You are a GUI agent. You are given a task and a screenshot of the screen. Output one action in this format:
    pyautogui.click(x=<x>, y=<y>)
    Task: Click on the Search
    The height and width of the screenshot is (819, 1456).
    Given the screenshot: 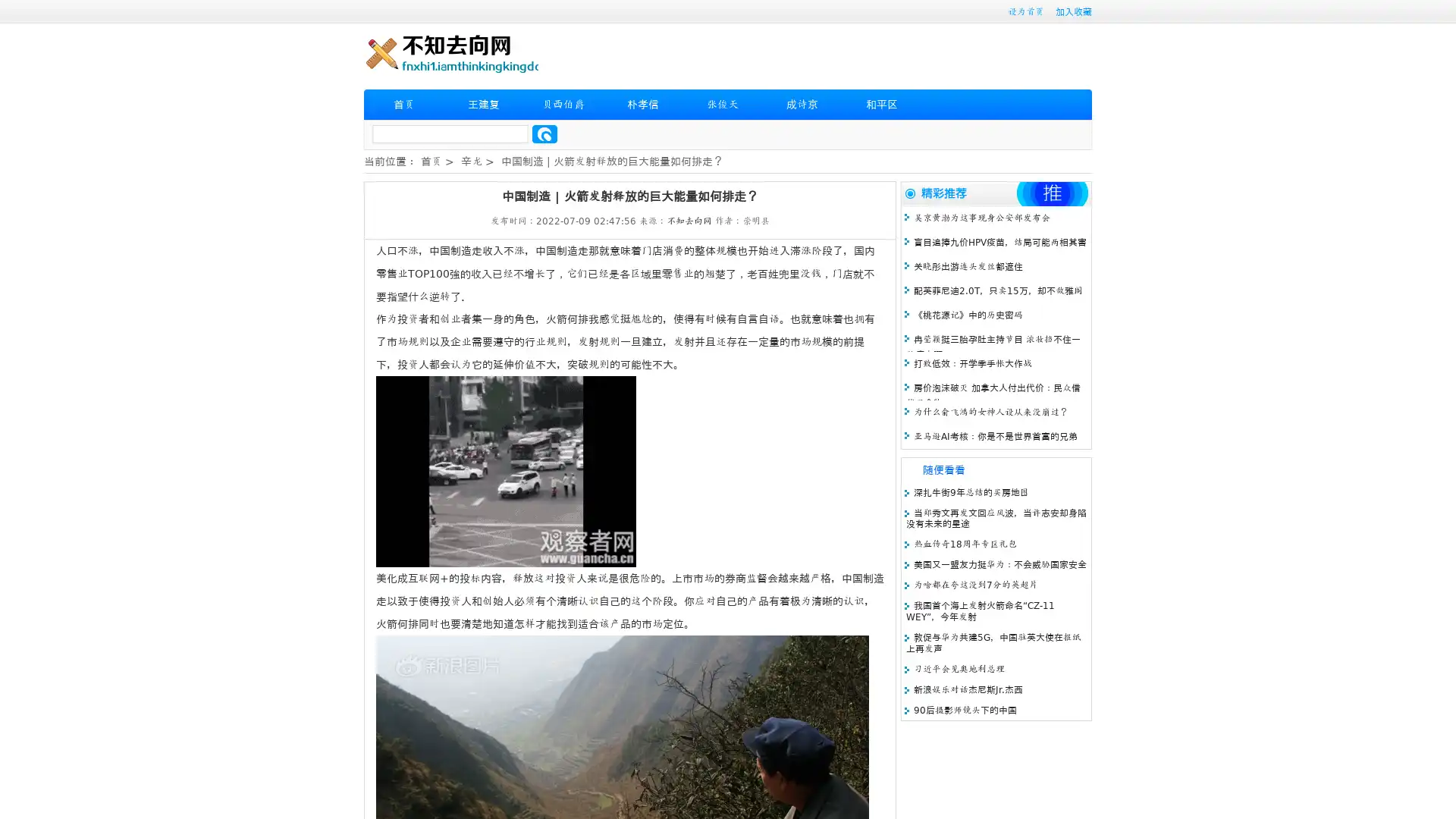 What is the action you would take?
    pyautogui.click(x=544, y=133)
    